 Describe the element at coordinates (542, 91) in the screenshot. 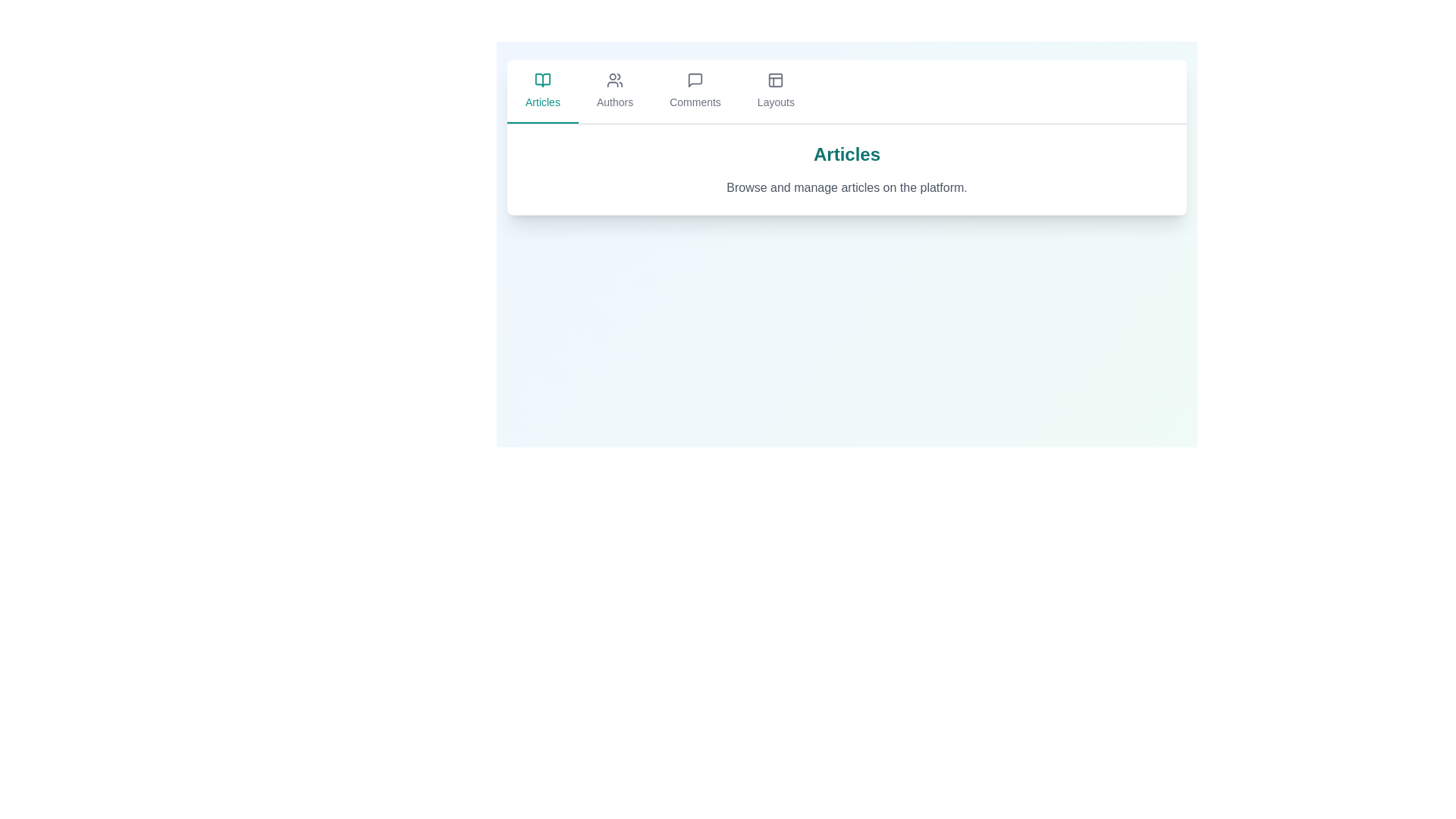

I see `the Articles tab` at that location.